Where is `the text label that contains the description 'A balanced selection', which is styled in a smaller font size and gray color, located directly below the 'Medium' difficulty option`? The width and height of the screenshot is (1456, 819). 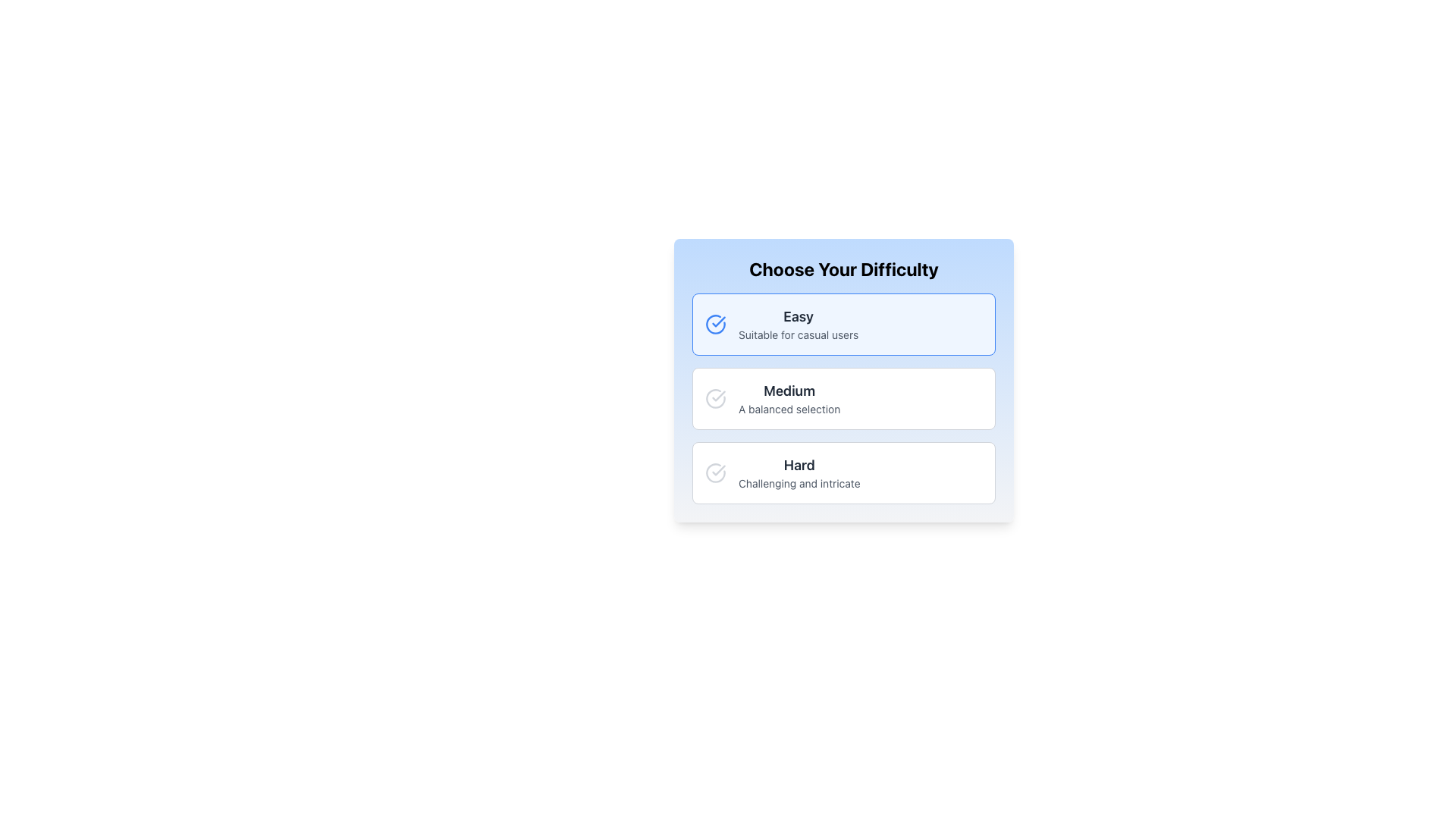
the text label that contains the description 'A balanced selection', which is styled in a smaller font size and gray color, located directly below the 'Medium' difficulty option is located at coordinates (789, 409).